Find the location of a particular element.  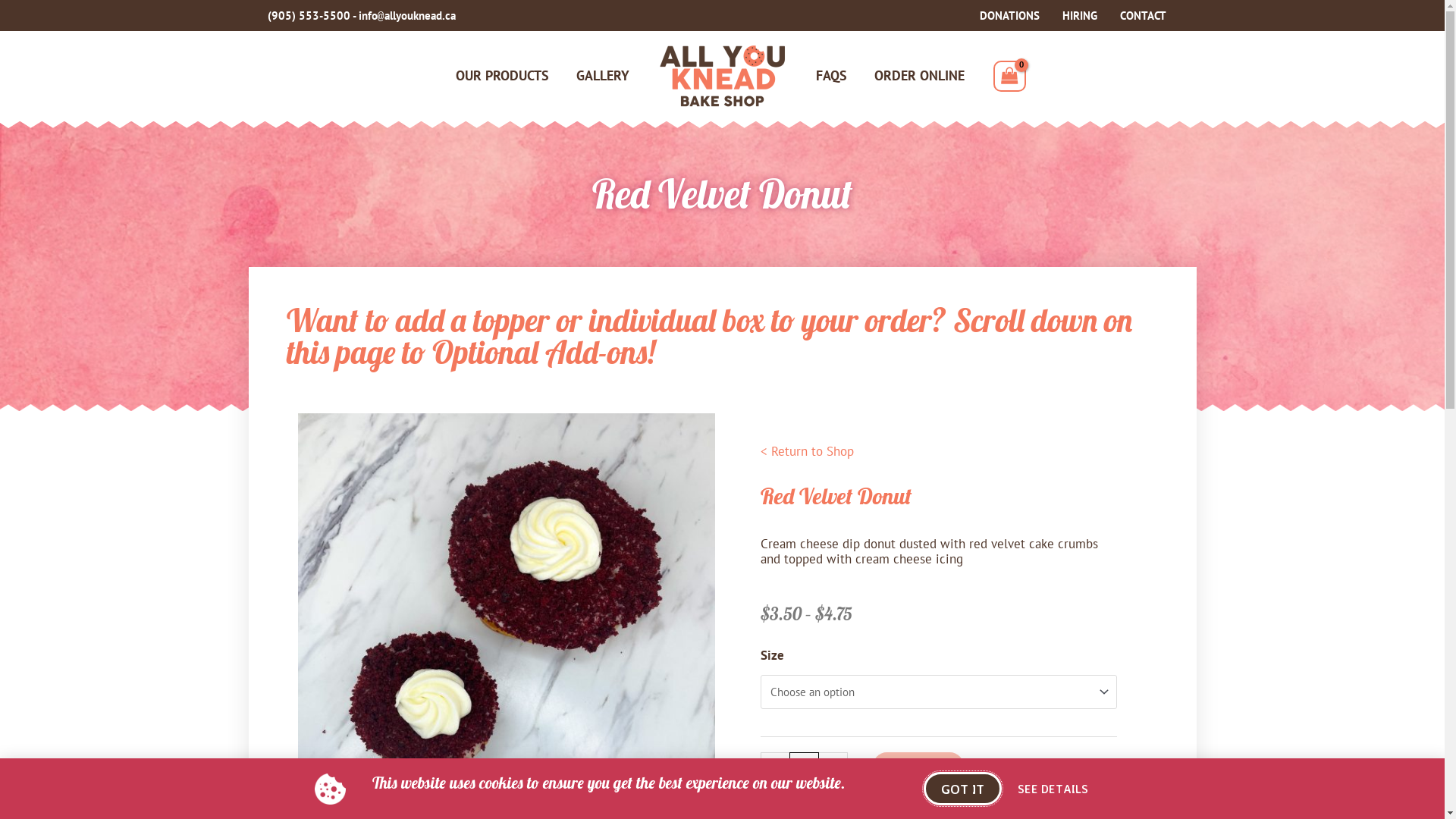

'CONTACT' is located at coordinates (1143, 15).